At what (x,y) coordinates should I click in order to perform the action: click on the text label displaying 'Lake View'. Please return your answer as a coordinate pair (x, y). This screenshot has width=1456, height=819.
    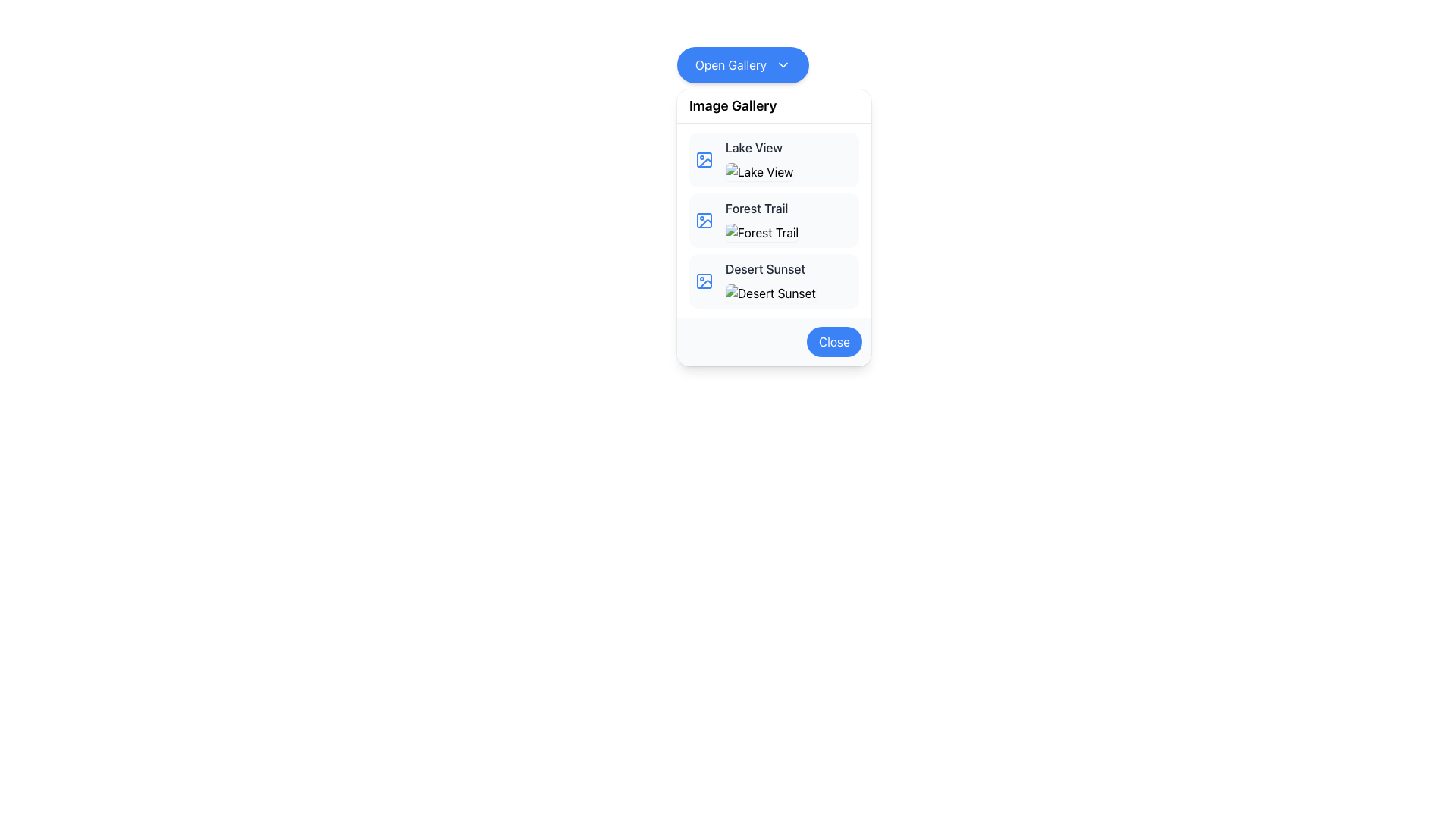
    Looking at the image, I should click on (759, 148).